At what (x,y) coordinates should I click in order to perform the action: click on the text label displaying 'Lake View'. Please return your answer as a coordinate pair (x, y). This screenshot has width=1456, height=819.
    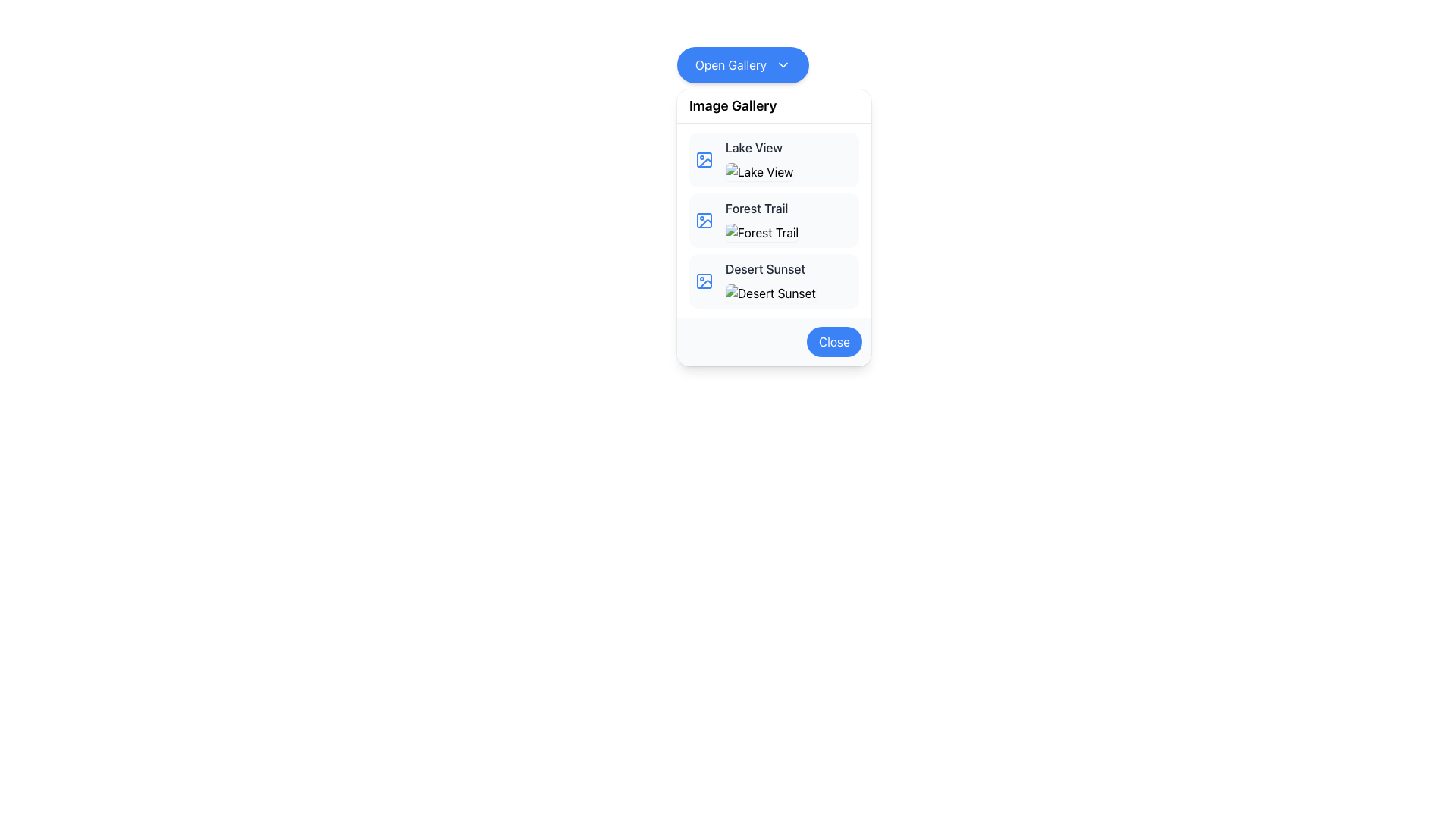
    Looking at the image, I should click on (759, 148).